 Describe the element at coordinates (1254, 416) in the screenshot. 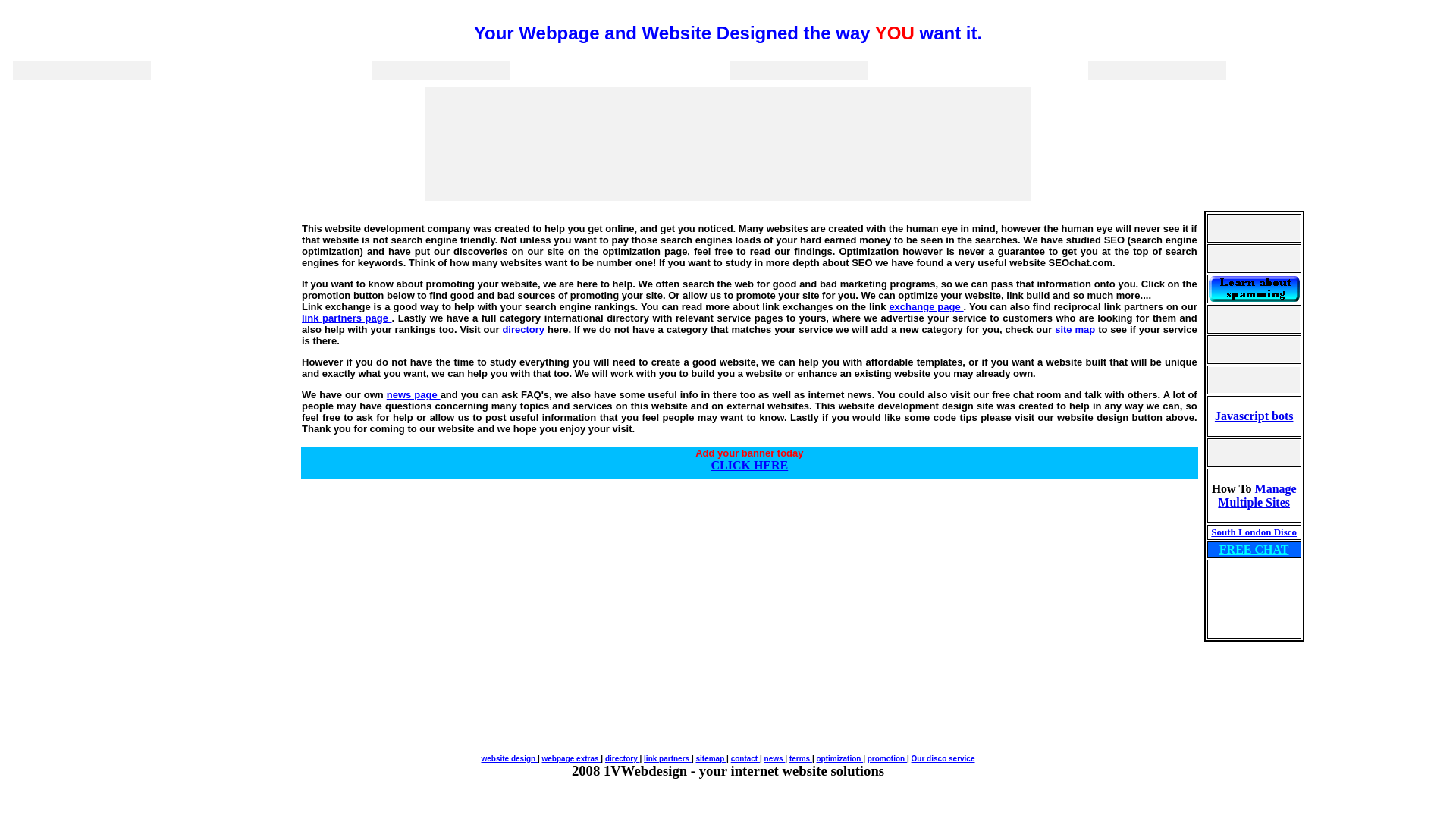

I see `'Javascript bots'` at that location.